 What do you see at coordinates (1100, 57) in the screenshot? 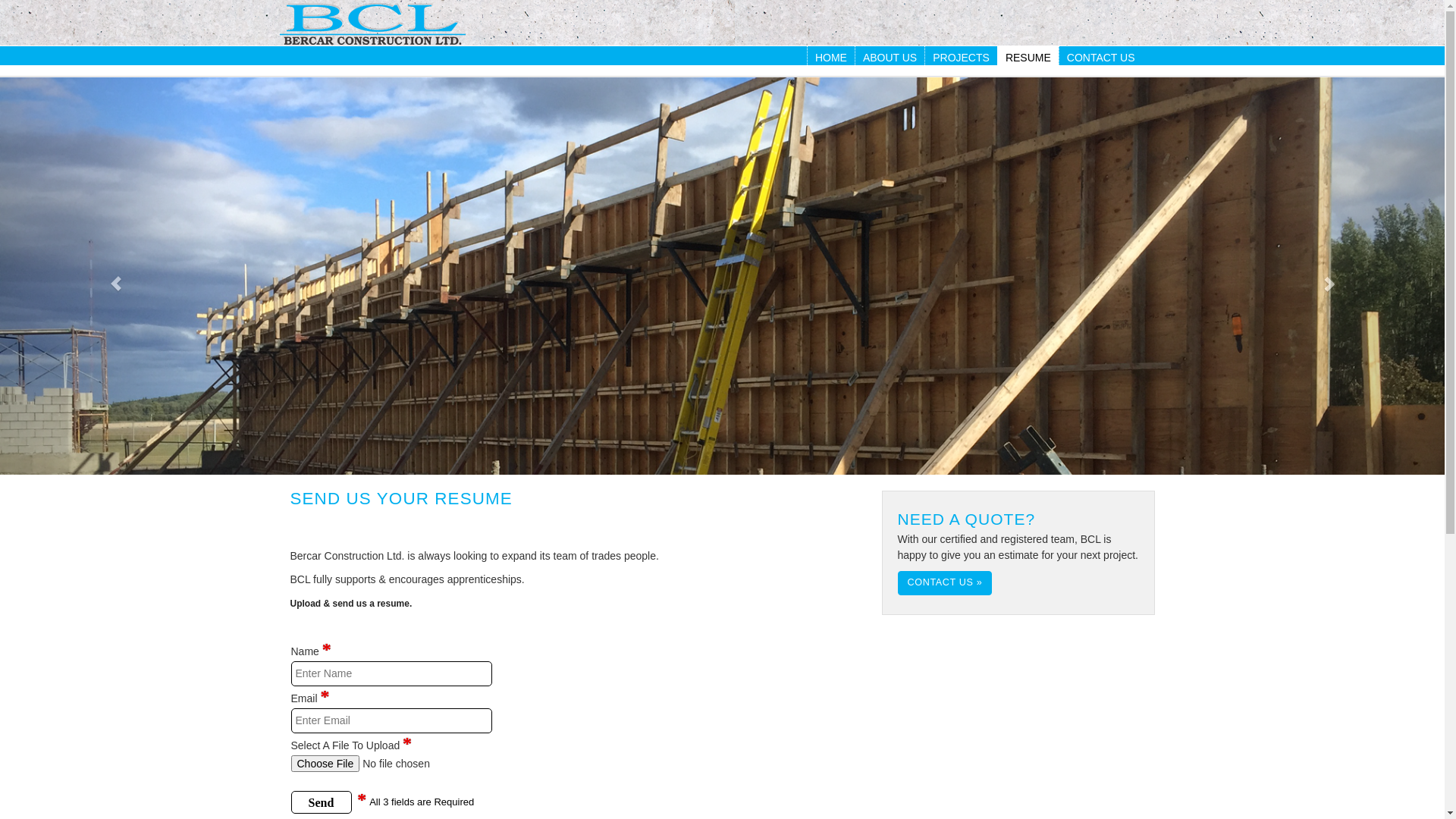
I see `'CONTACT US'` at bounding box center [1100, 57].